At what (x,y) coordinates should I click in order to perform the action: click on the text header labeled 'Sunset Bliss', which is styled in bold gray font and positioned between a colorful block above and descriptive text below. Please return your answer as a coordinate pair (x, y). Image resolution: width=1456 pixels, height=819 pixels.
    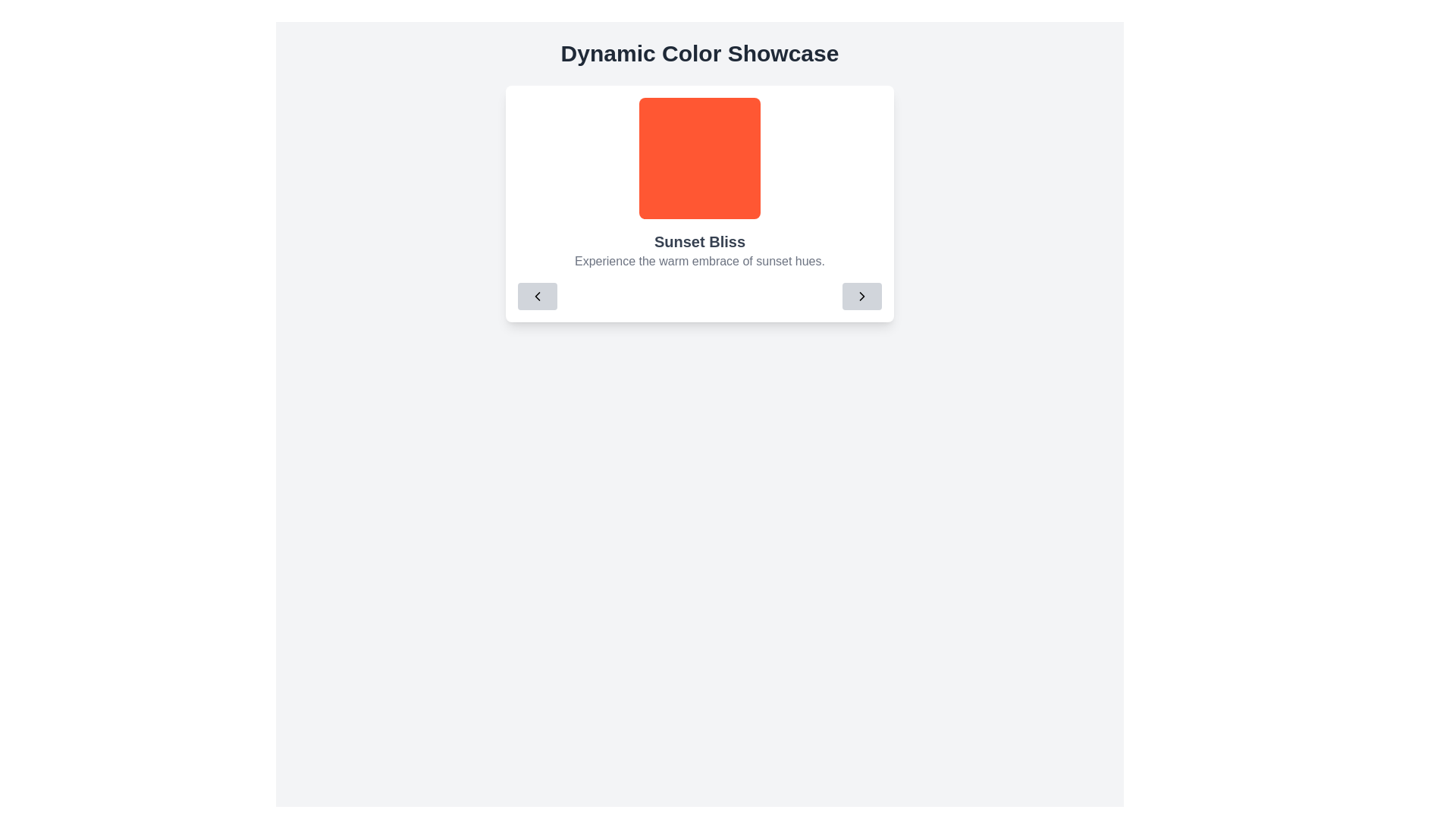
    Looking at the image, I should click on (698, 241).